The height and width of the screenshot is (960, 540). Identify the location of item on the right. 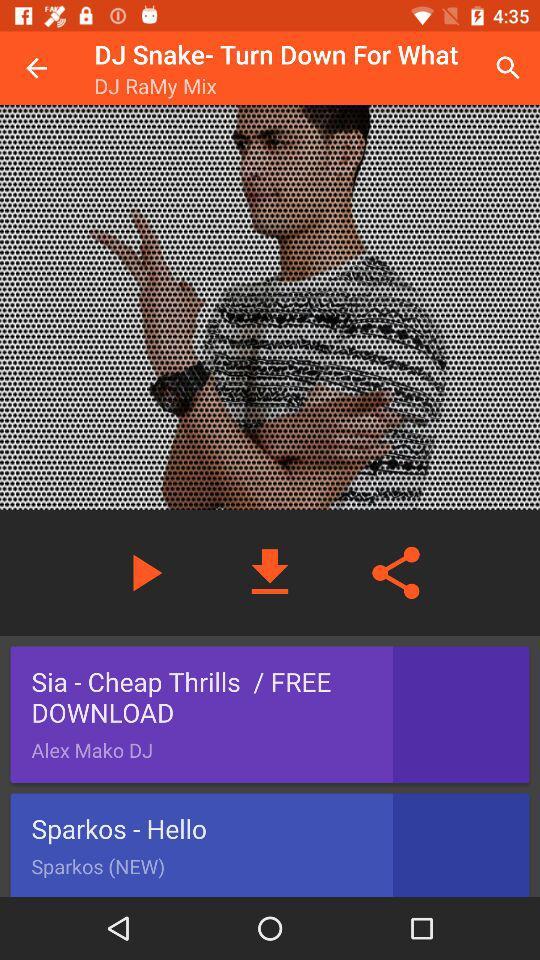
(395, 573).